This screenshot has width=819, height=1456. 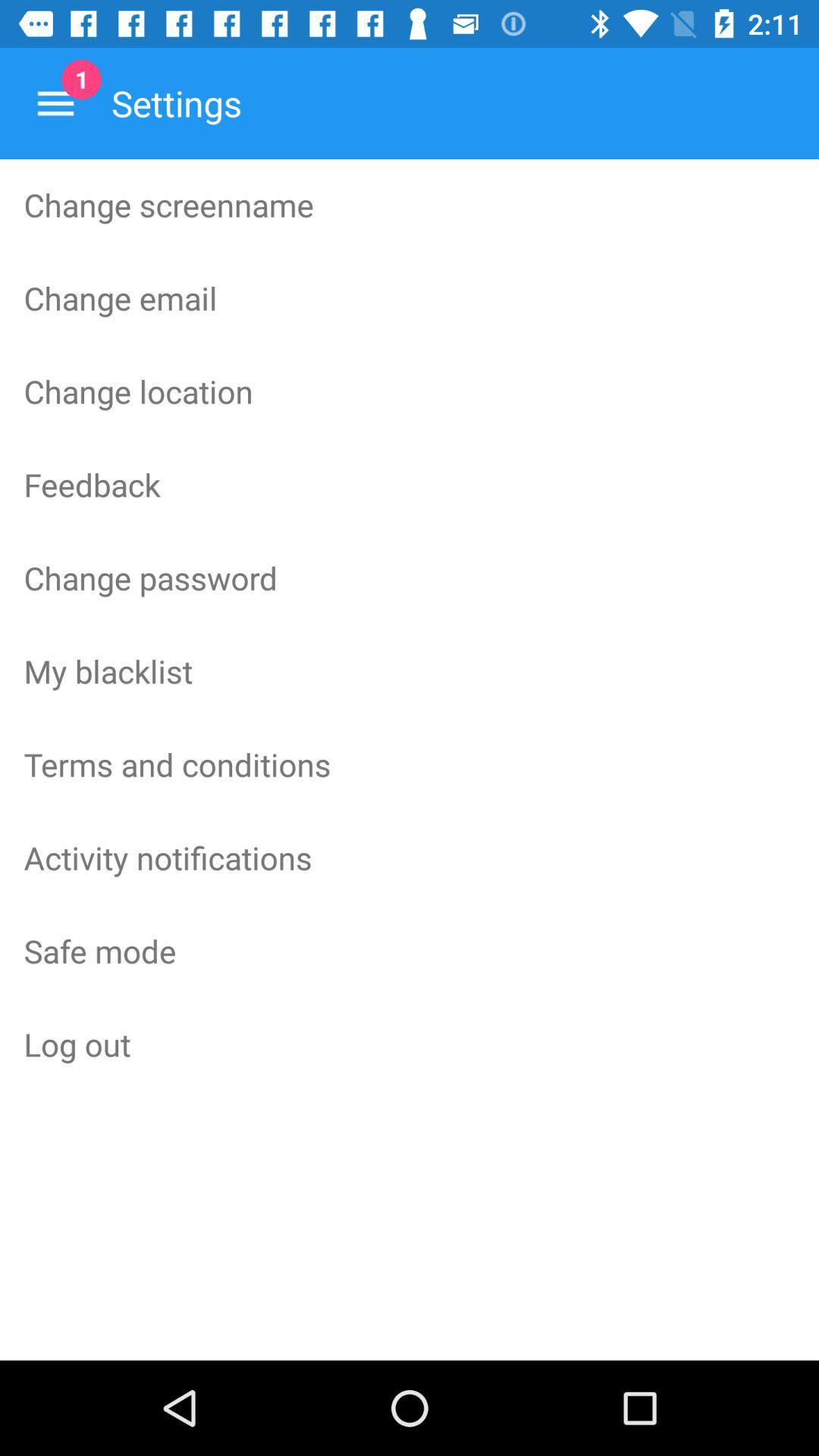 What do you see at coordinates (409, 483) in the screenshot?
I see `feedback item` at bounding box center [409, 483].